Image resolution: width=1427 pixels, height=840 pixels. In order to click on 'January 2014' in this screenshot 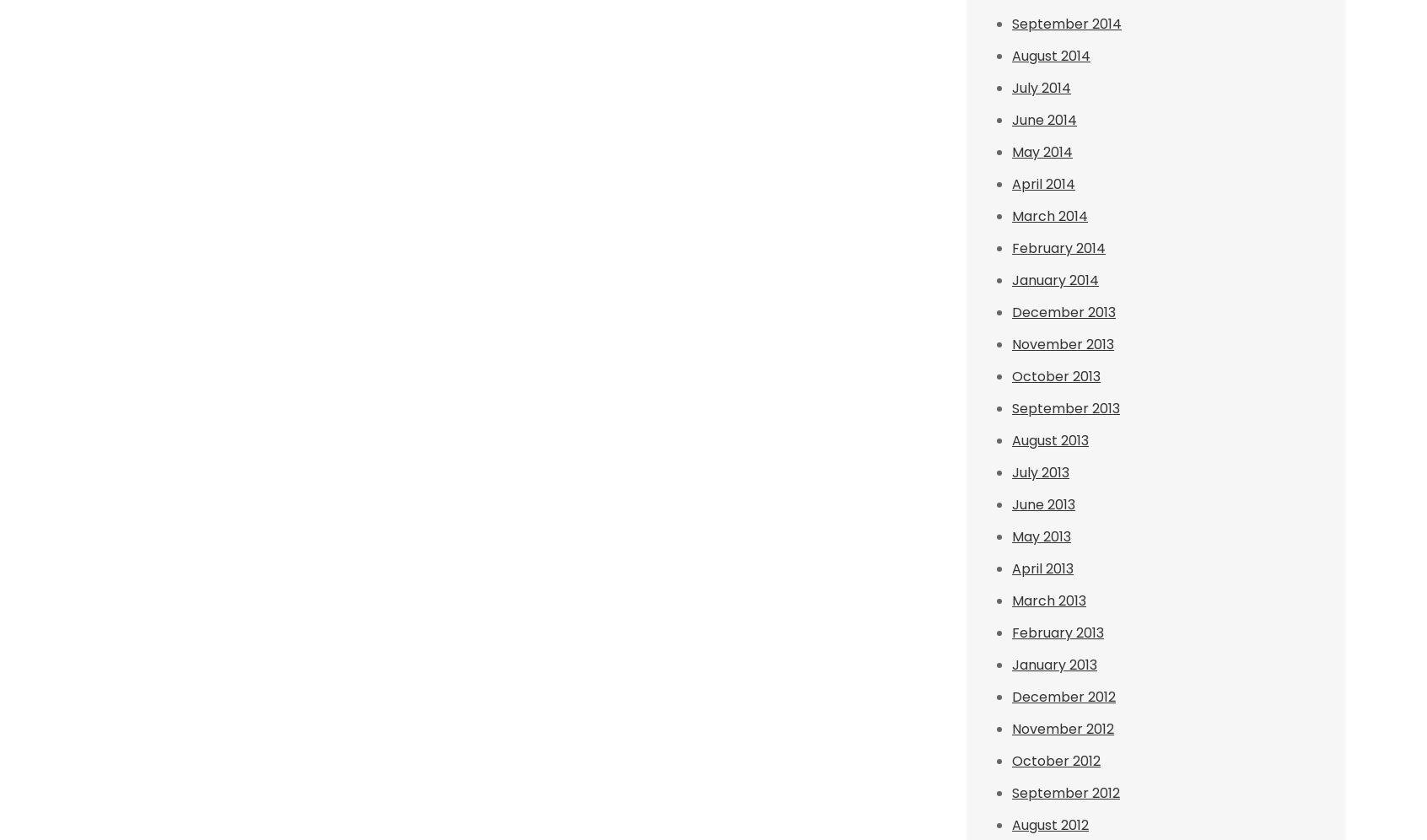, I will do `click(1055, 280)`.